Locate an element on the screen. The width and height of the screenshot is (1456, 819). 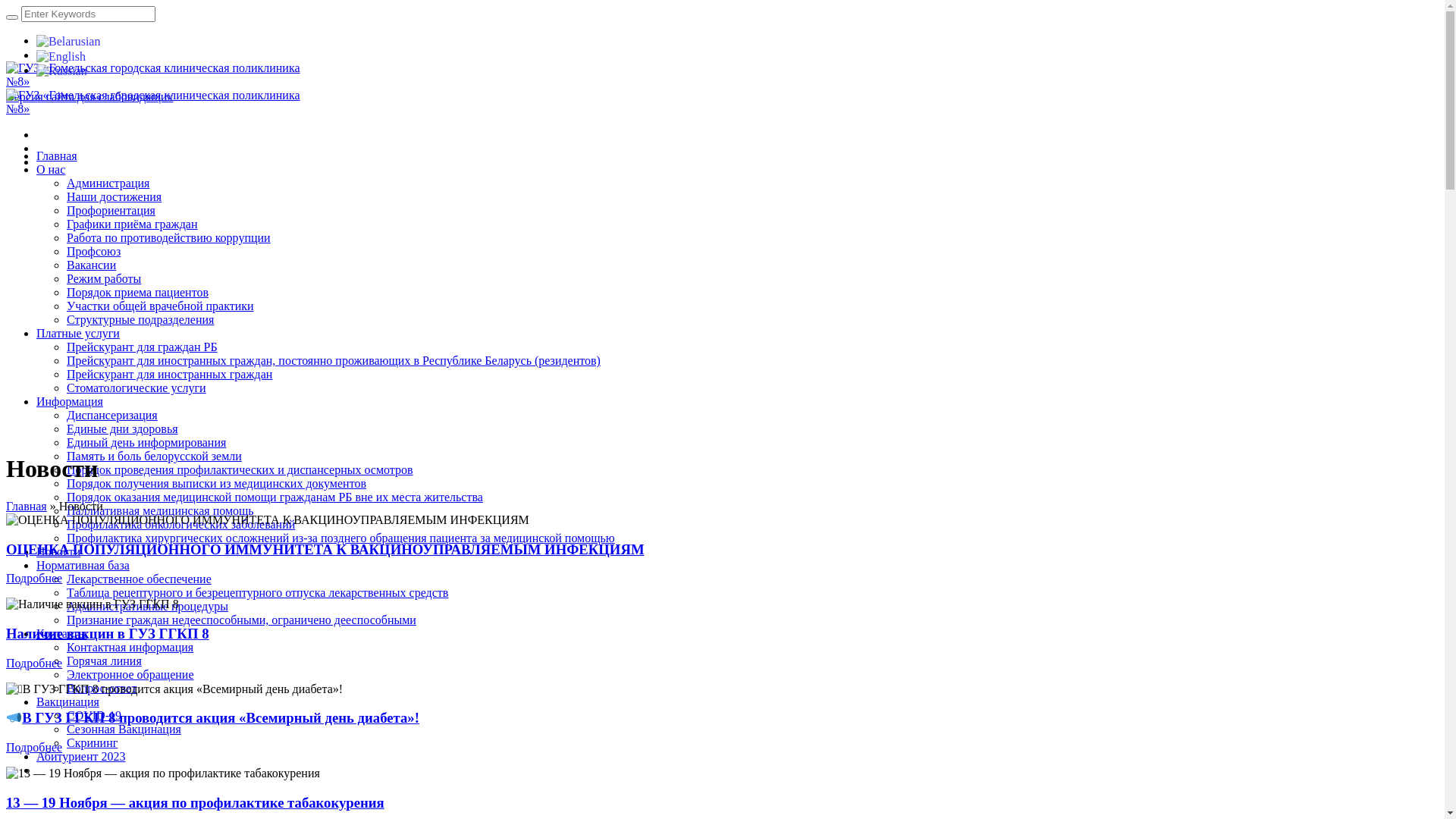
'Belarusian' is located at coordinates (67, 39).